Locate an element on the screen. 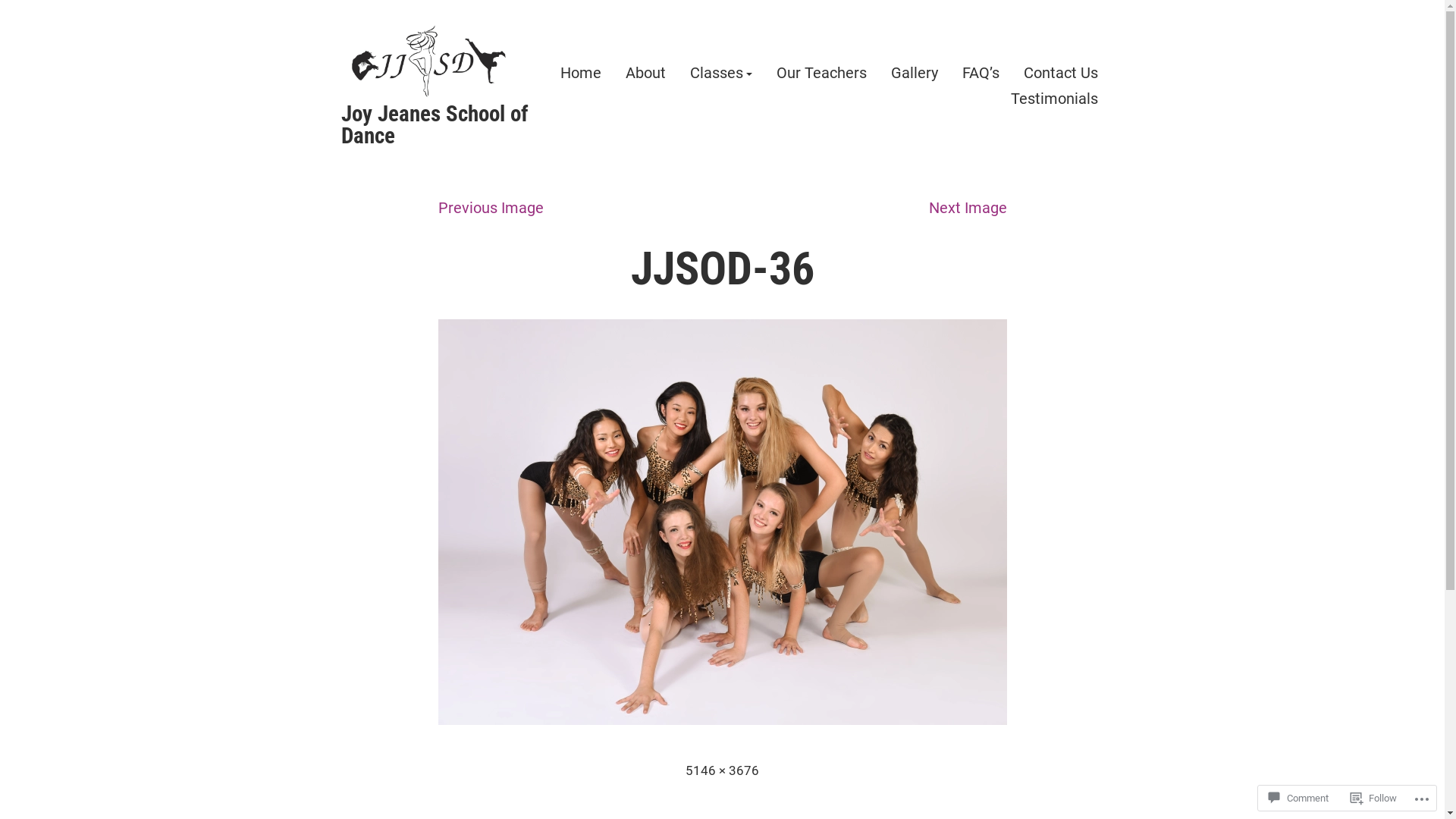 The height and width of the screenshot is (819, 1456). 'Contact Us' is located at coordinates (1059, 73).